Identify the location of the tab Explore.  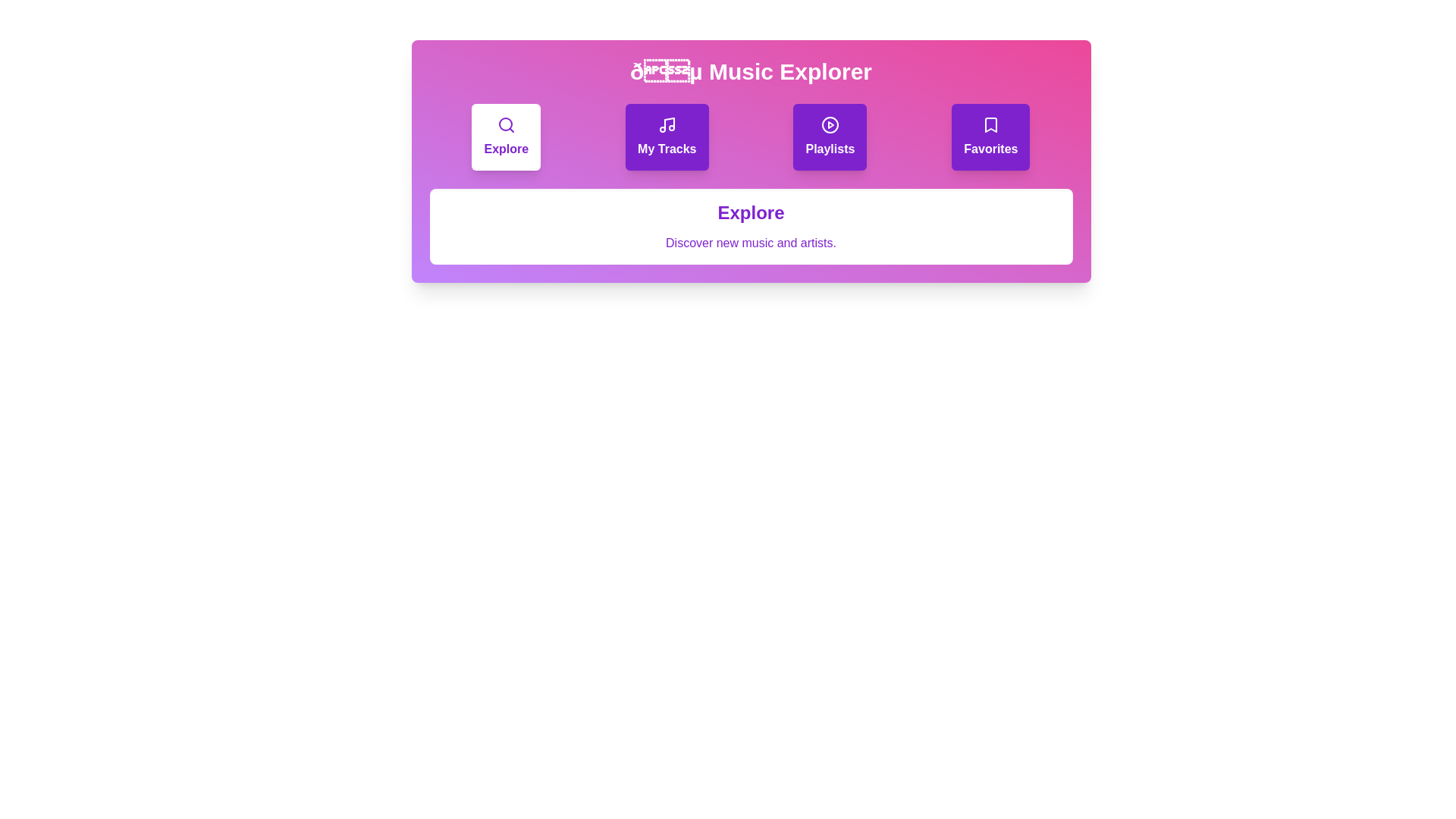
(506, 137).